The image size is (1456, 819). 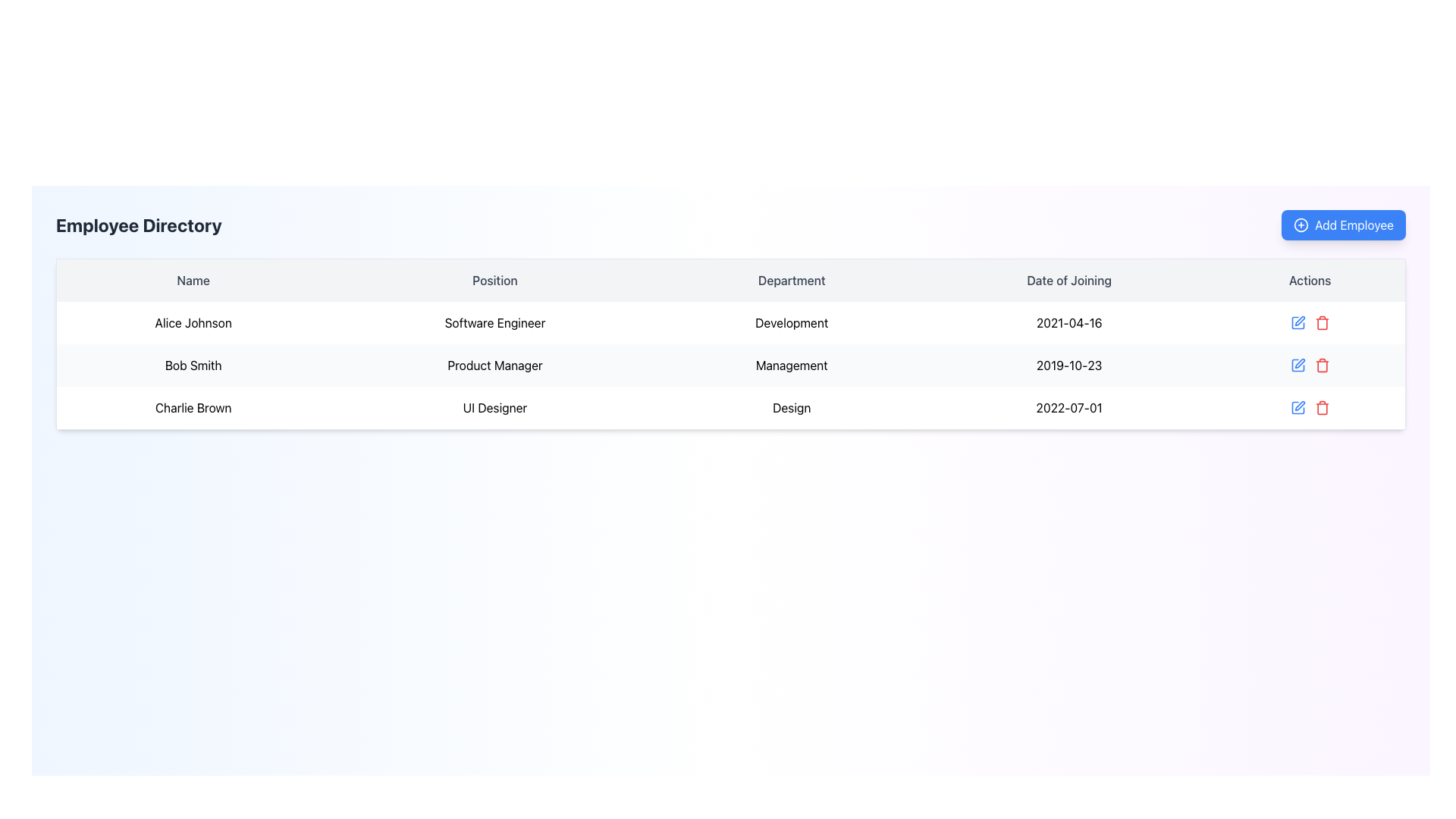 What do you see at coordinates (1321, 366) in the screenshot?
I see `the main body of the trash can icon in the 'Actions' column for 'Bob Smith' in the employee directory` at bounding box center [1321, 366].